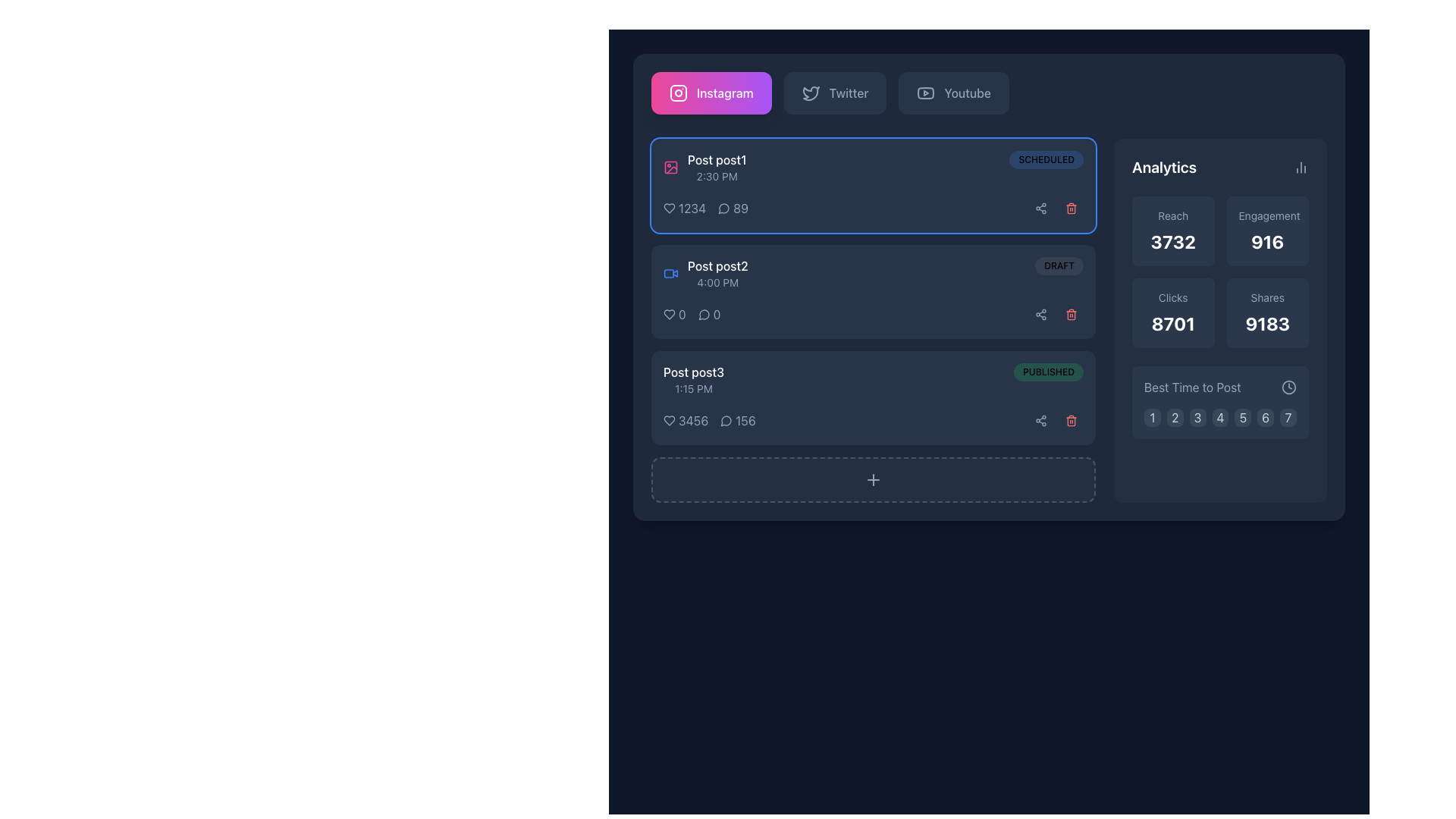  What do you see at coordinates (717, 274) in the screenshot?
I see `the text display element that shows the title 'Post post2' and the time '4:00 PM', which is located between 'Post post1' and 'Post post3'` at bounding box center [717, 274].